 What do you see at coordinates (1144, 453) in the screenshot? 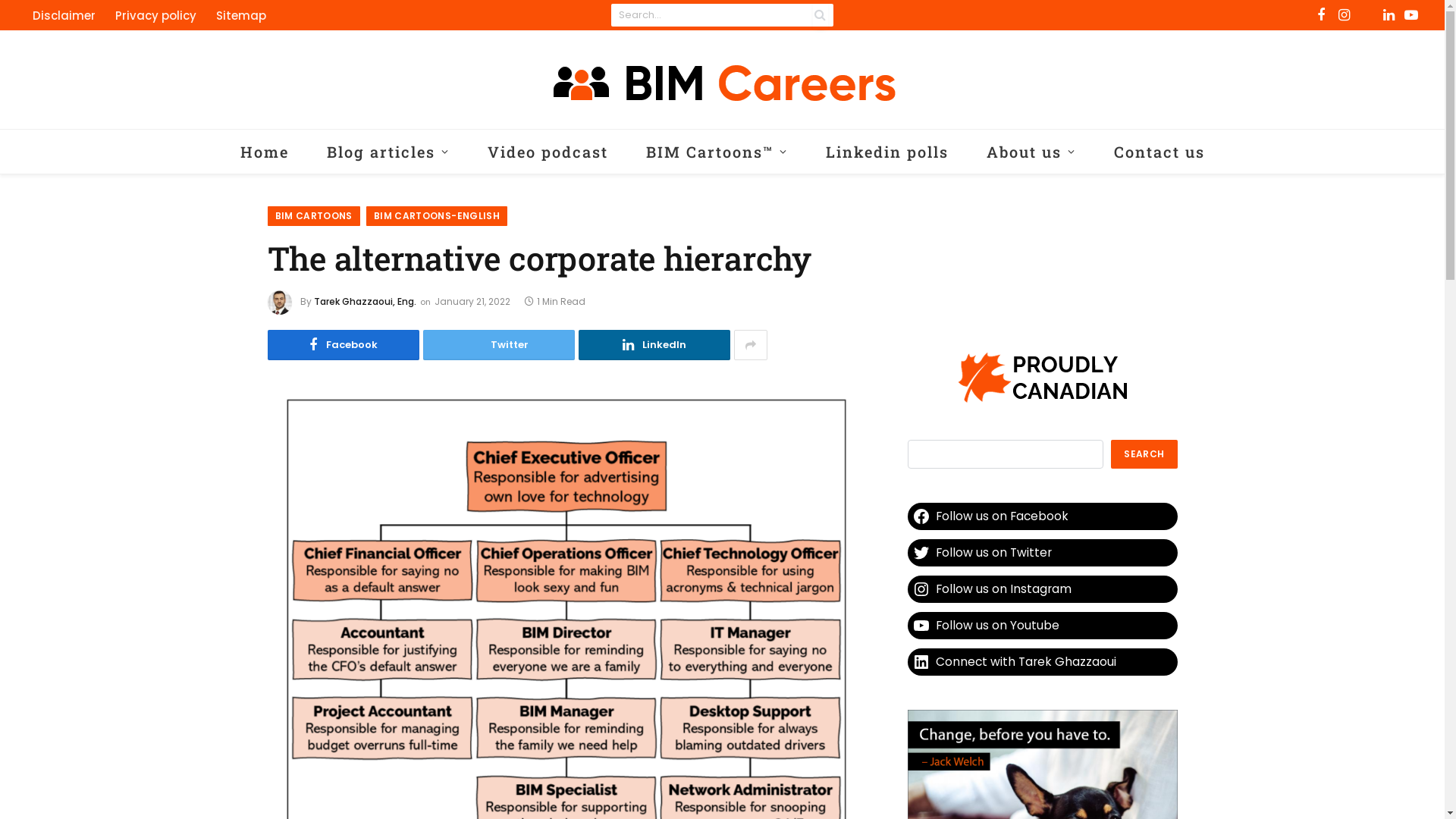
I see `'SEARCH'` at bounding box center [1144, 453].